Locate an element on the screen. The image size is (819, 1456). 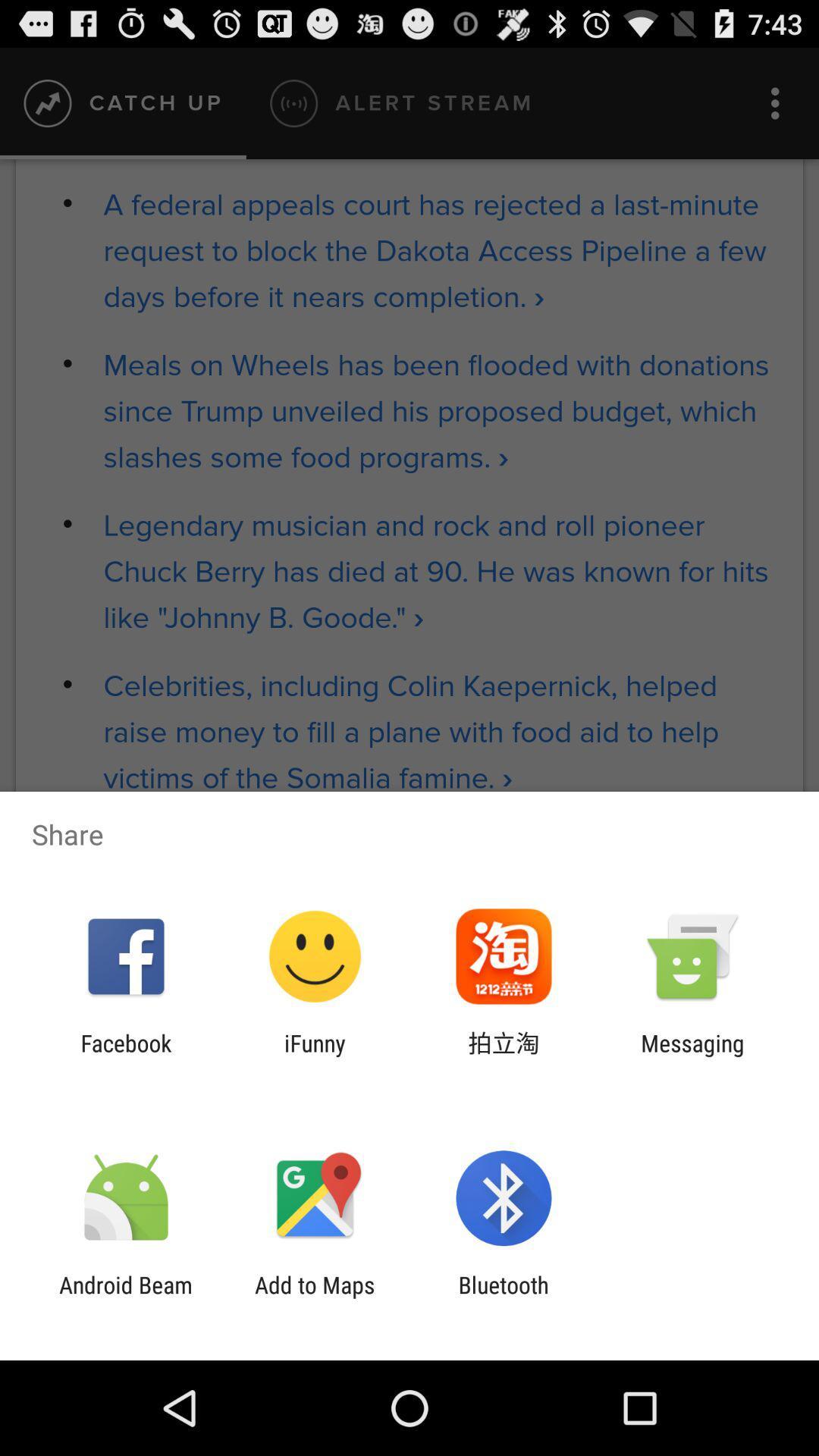
item to the right of the facebook is located at coordinates (314, 1056).